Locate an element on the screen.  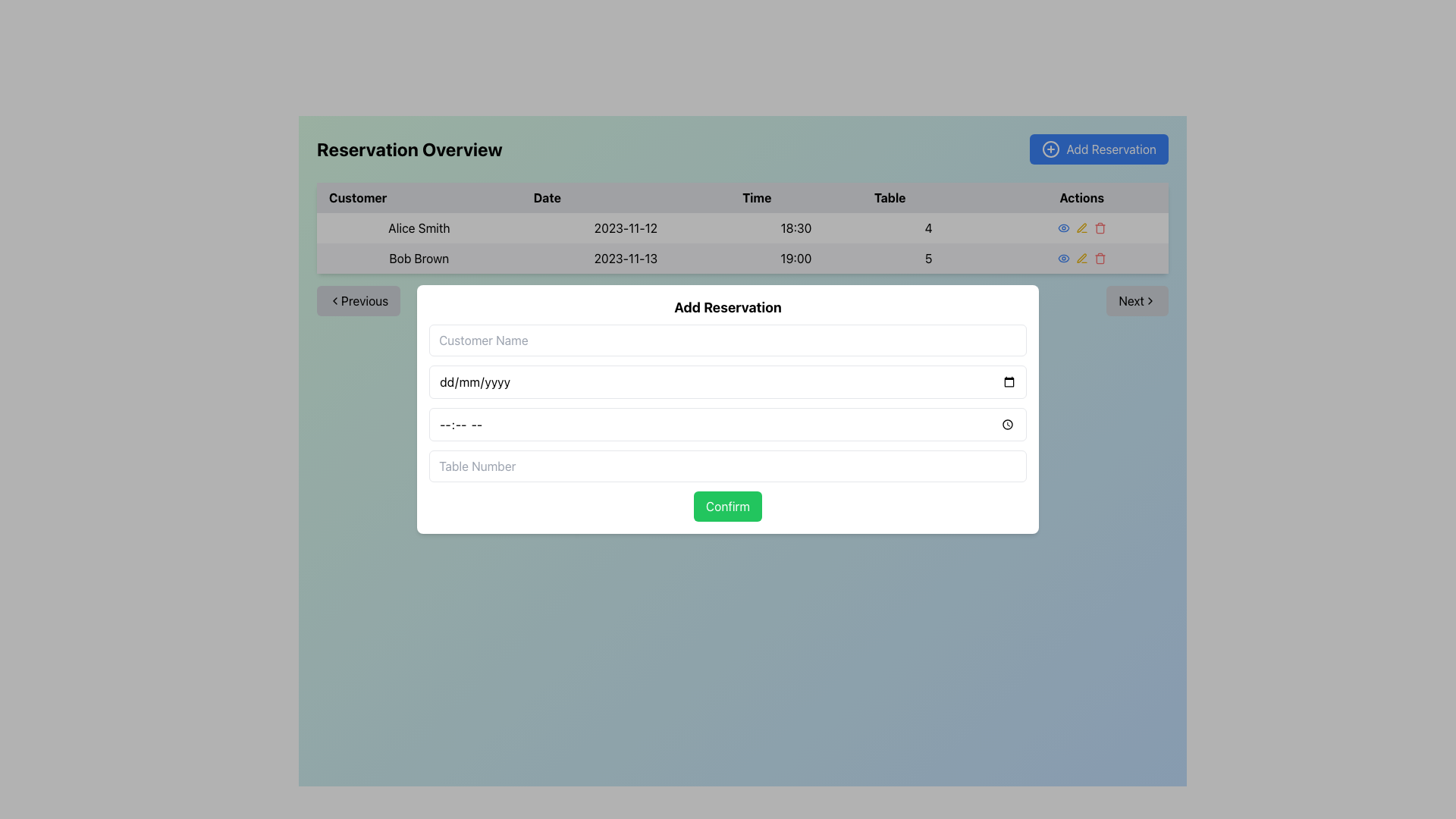
the button positioned at the far right of the horizontal arrangement is located at coordinates (1137, 301).